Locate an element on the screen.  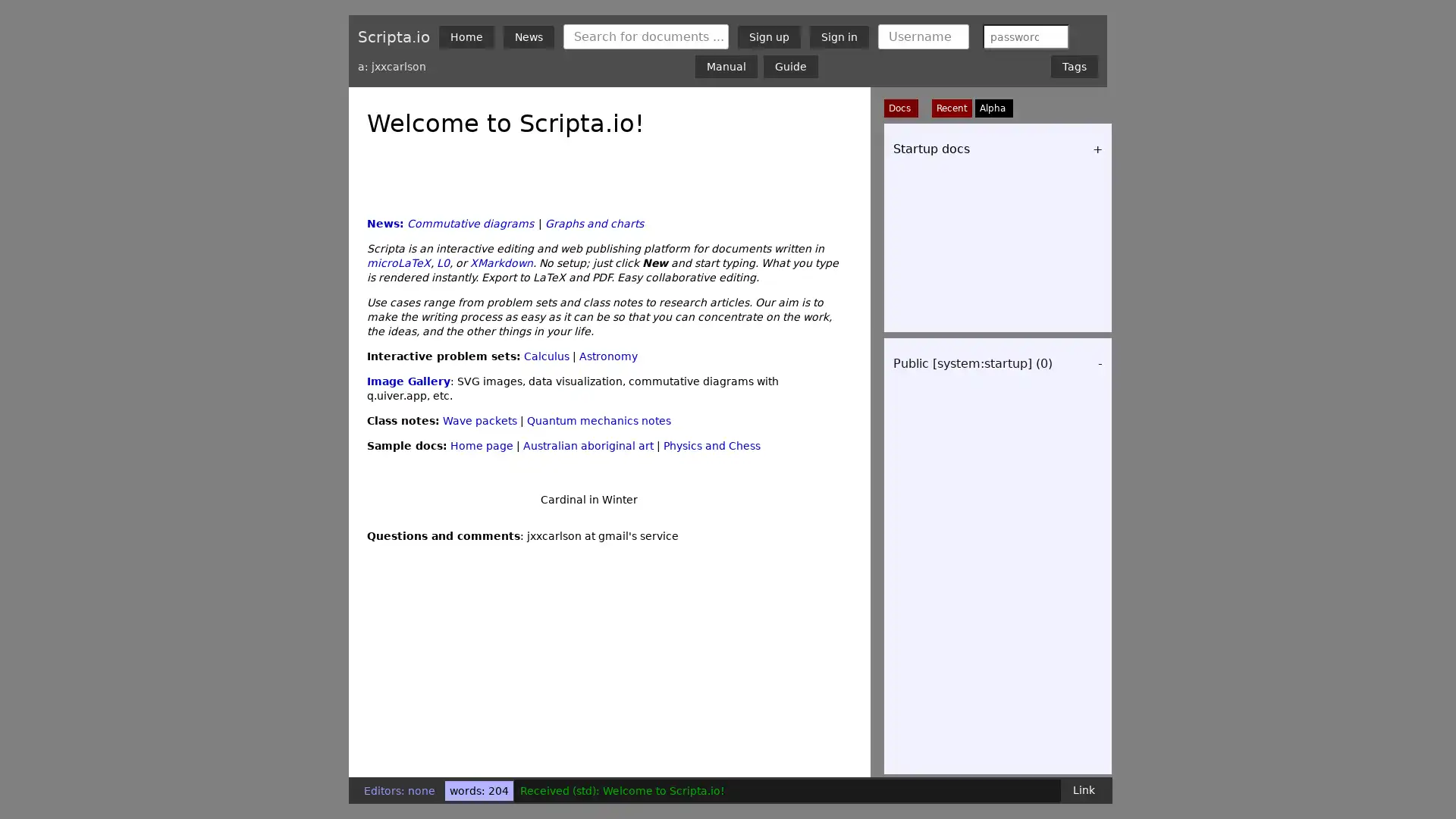
Tags List documents by tag is located at coordinates (1073, 66).